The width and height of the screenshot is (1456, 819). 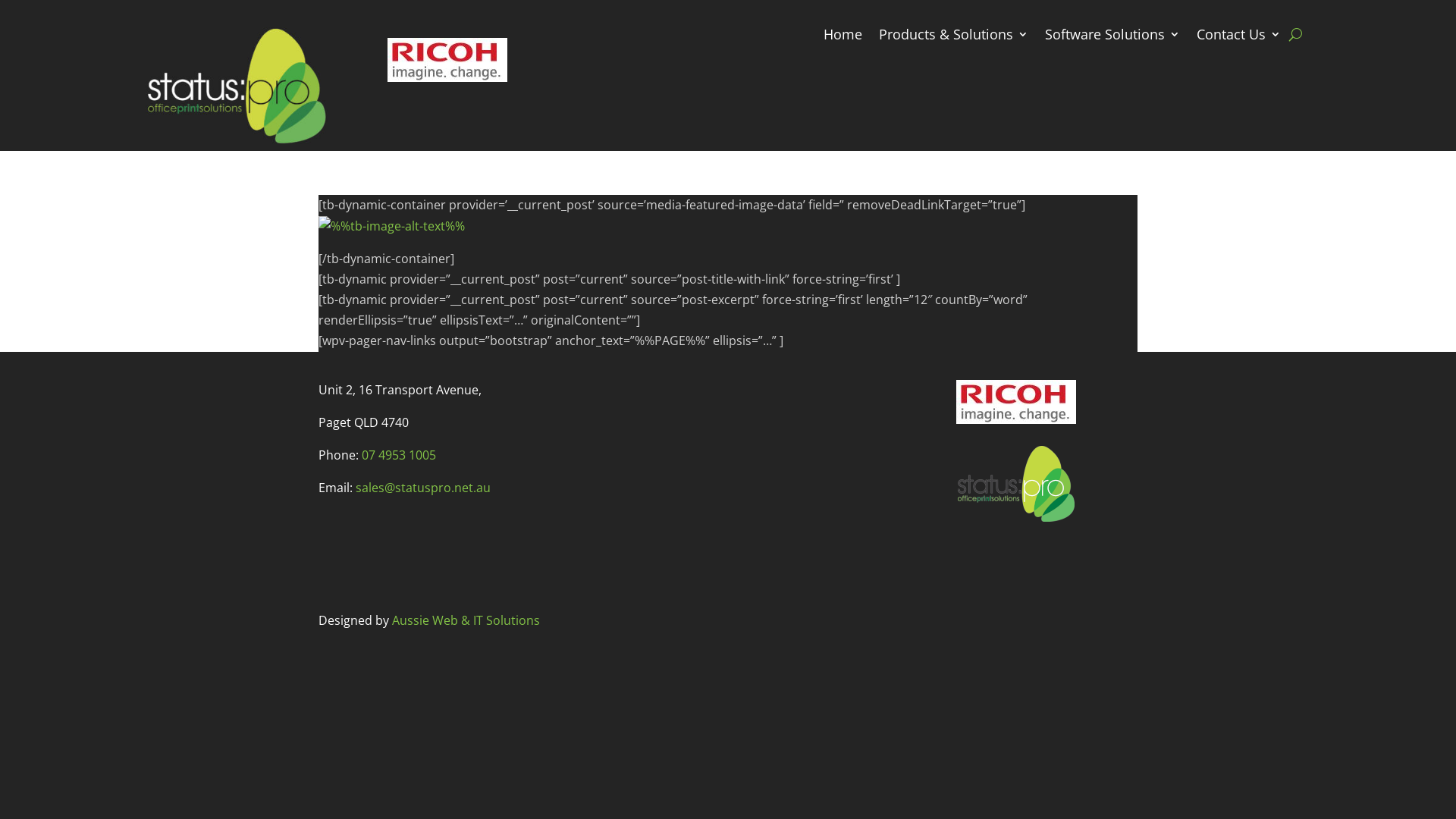 What do you see at coordinates (465, 620) in the screenshot?
I see `'Aussie Web & IT Solutions'` at bounding box center [465, 620].